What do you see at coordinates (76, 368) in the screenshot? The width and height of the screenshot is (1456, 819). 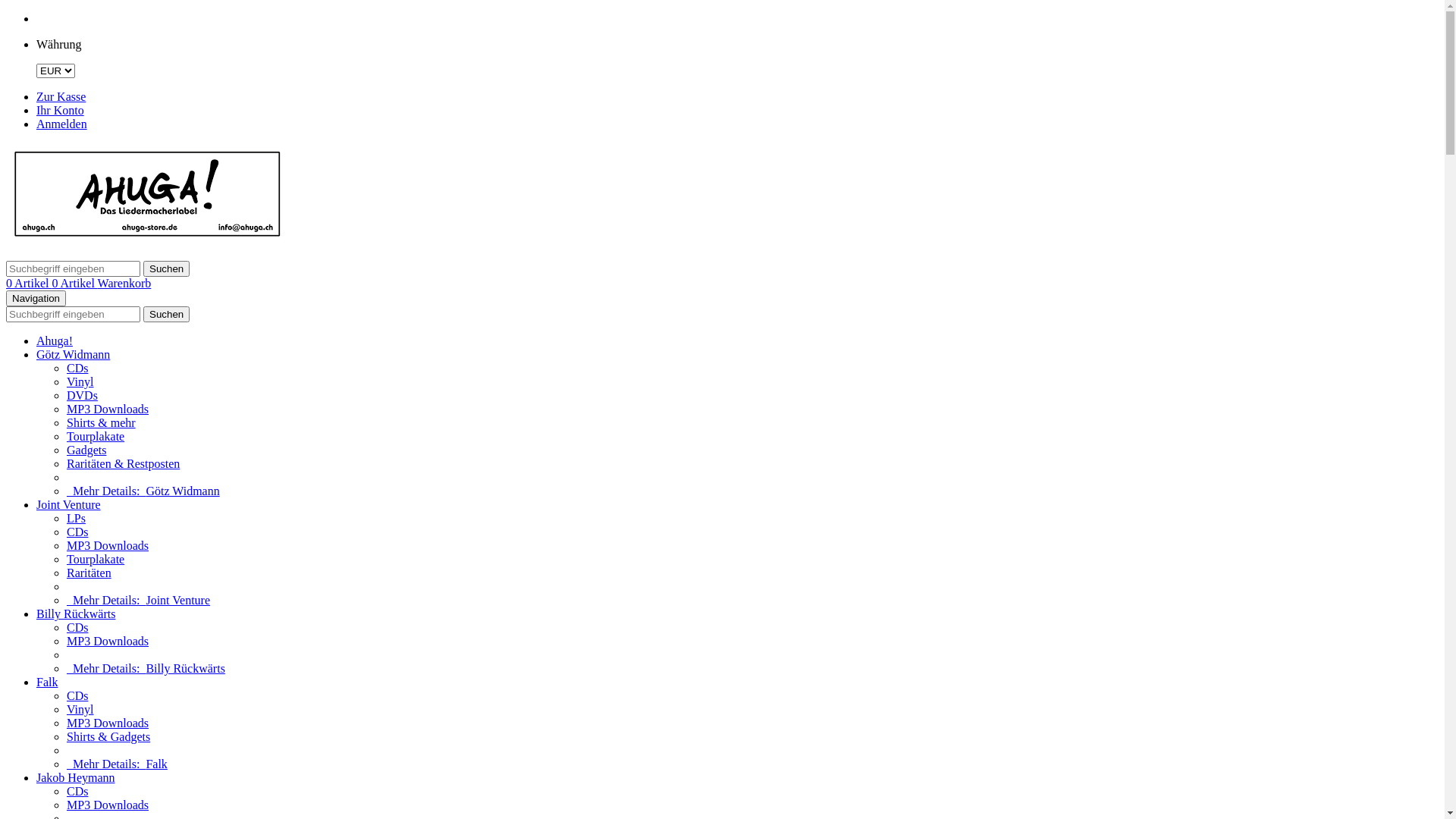 I see `'CDs'` at bounding box center [76, 368].